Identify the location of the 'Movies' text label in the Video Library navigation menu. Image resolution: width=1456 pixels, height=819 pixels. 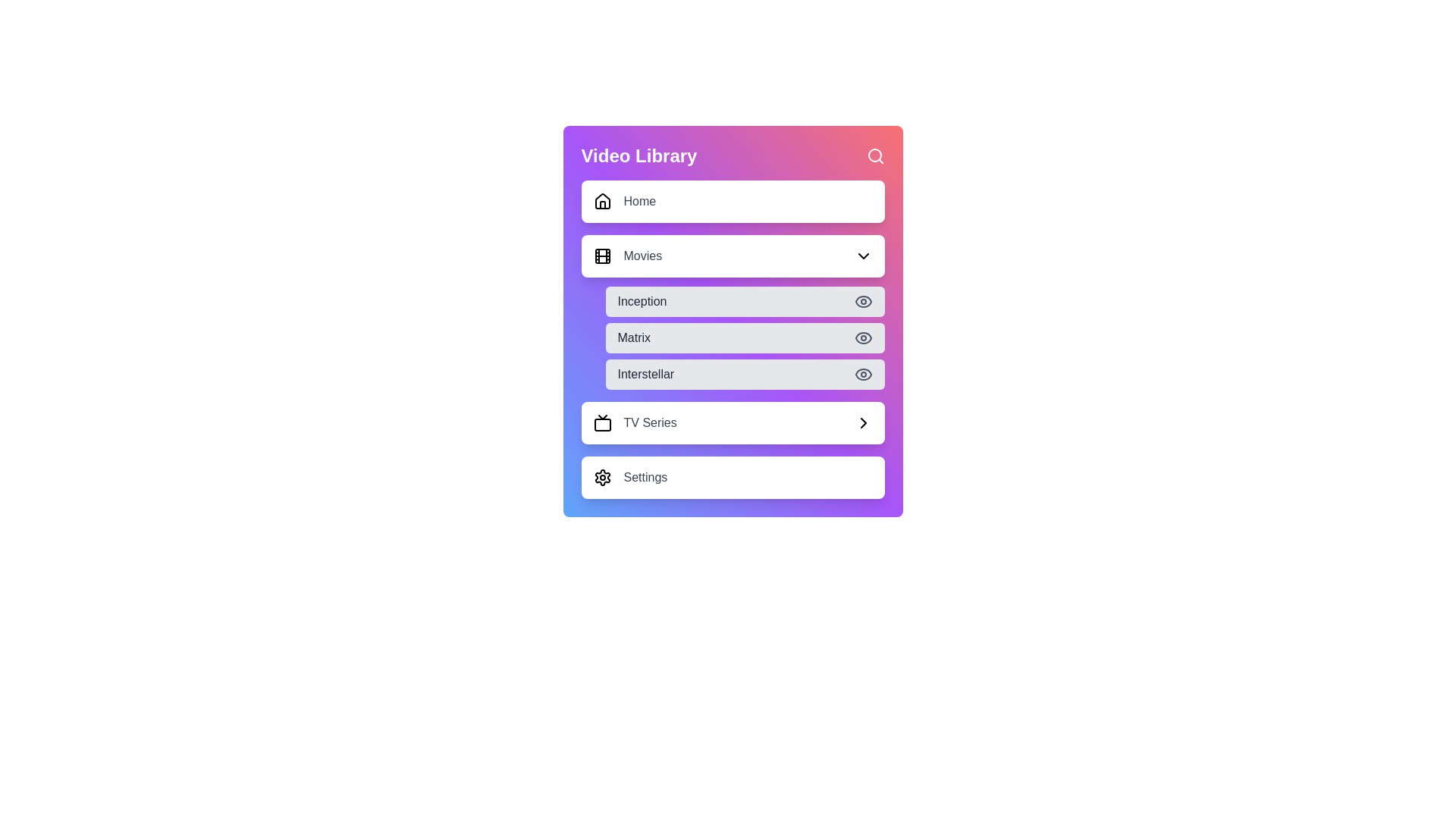
(642, 256).